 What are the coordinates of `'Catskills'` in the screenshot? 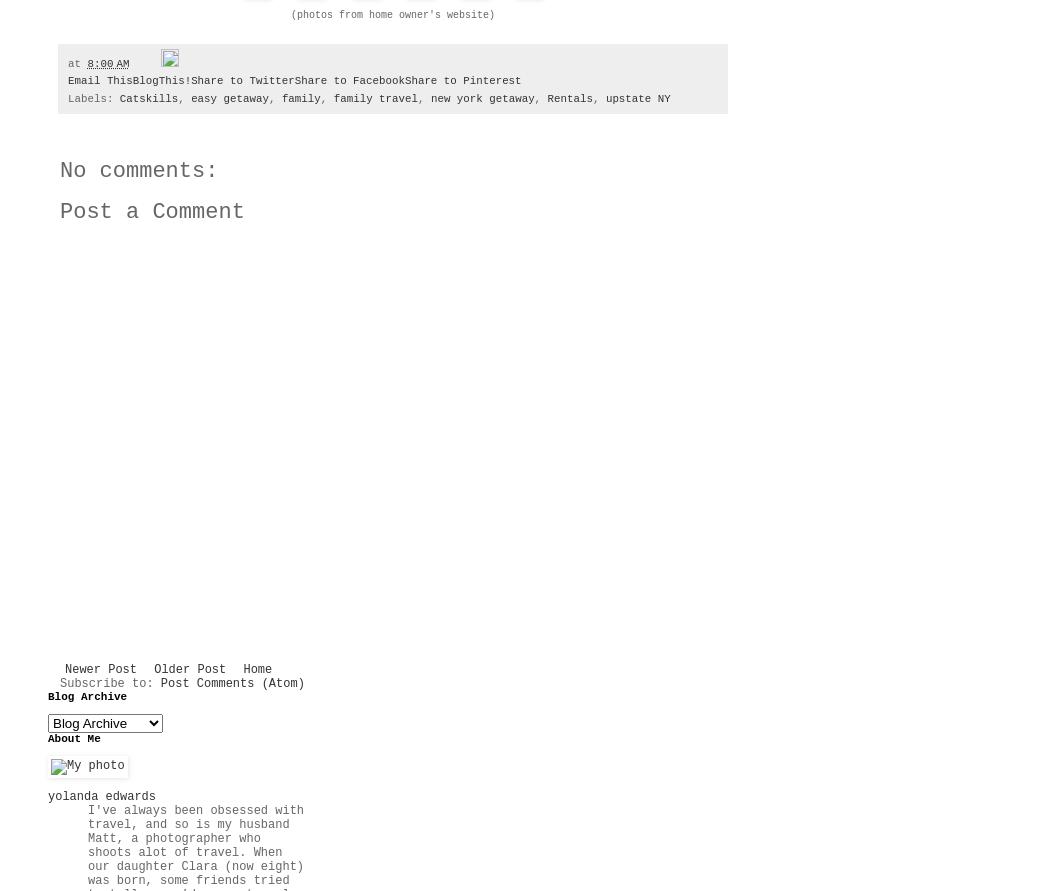 It's located at (117, 97).